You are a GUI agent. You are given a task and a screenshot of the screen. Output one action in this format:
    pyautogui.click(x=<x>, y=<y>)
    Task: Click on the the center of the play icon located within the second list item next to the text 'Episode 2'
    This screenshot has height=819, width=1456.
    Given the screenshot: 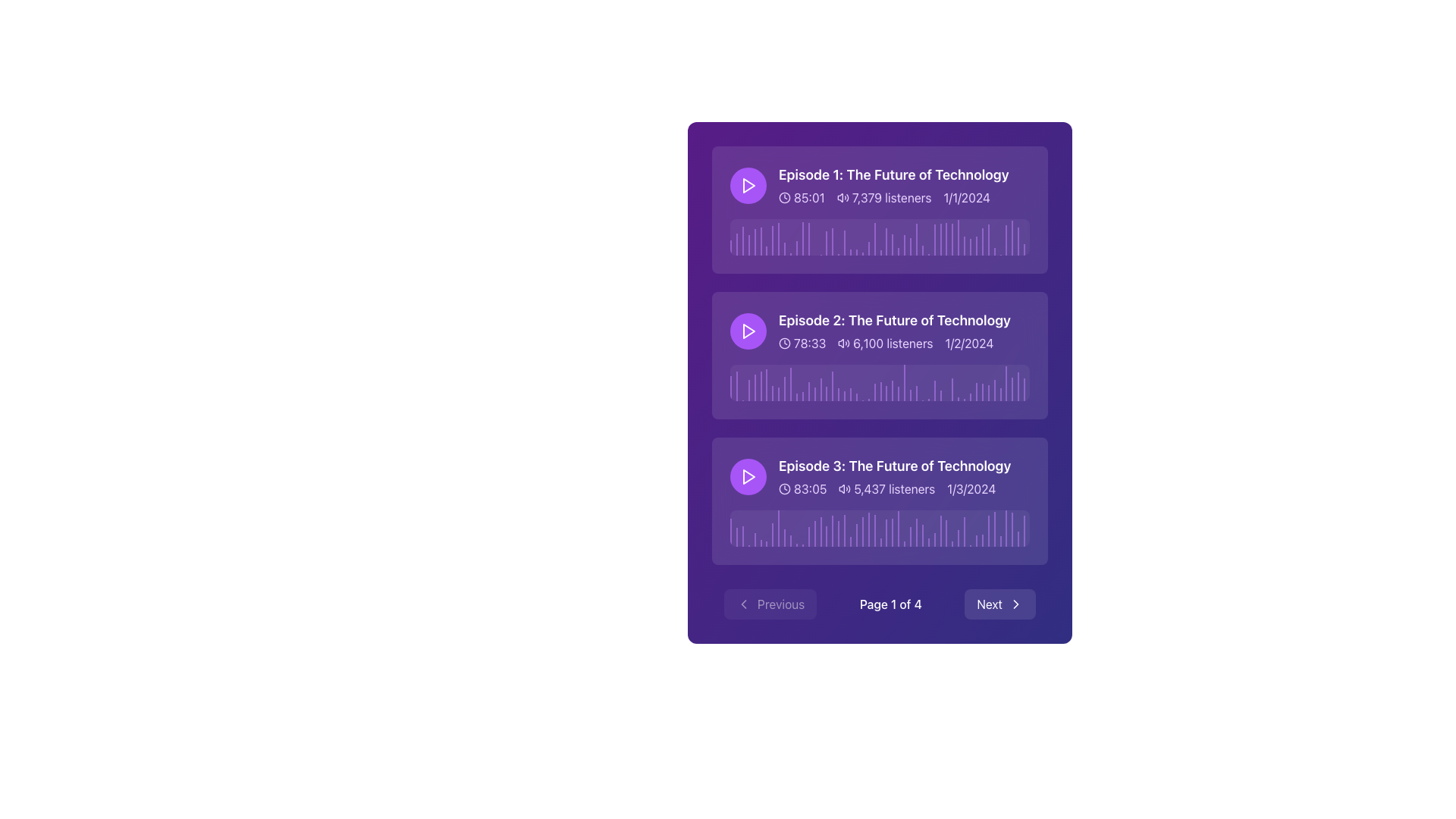 What is the action you would take?
    pyautogui.click(x=749, y=330)
    